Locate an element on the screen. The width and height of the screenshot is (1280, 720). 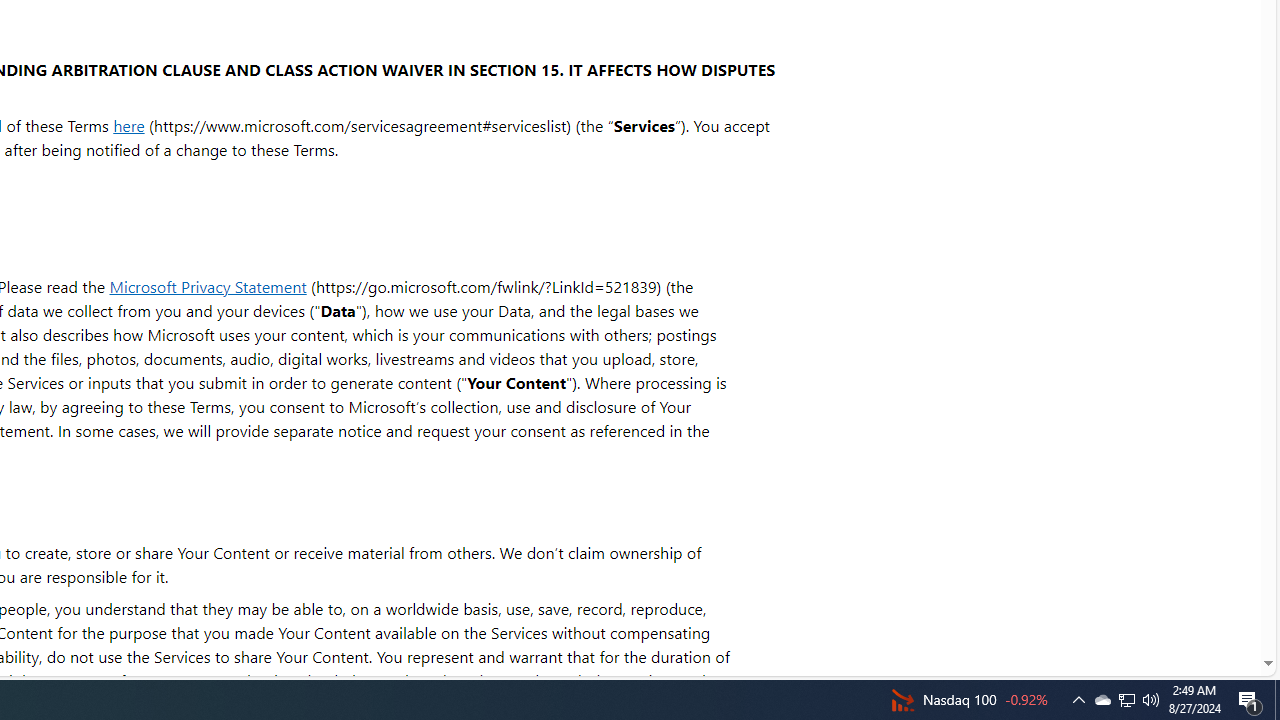
'Microsoft Privacy Statement' is located at coordinates (208, 285).